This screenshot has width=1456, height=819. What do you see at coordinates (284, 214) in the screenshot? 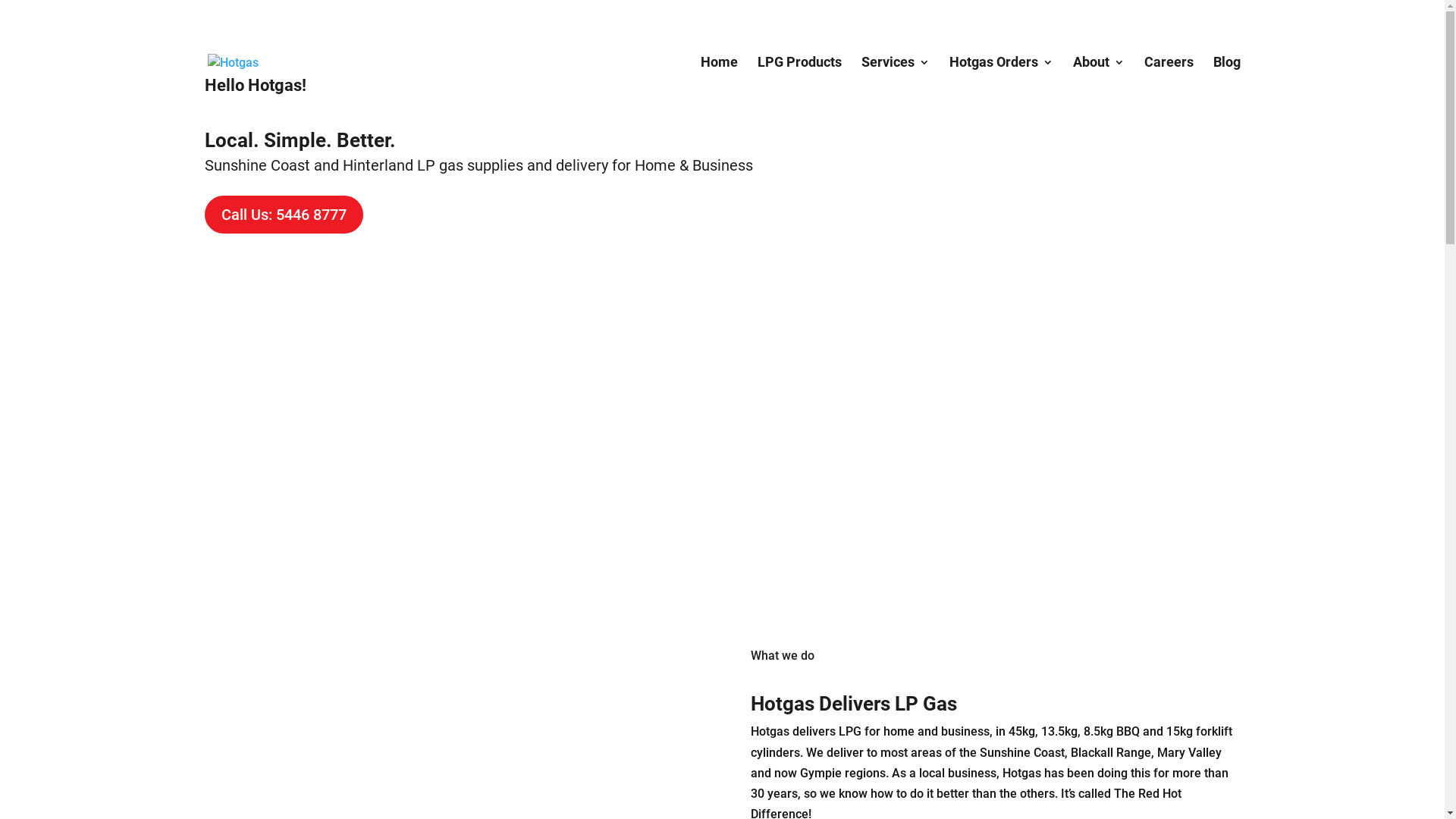
I see `'Call Us: 5446 8777'` at bounding box center [284, 214].